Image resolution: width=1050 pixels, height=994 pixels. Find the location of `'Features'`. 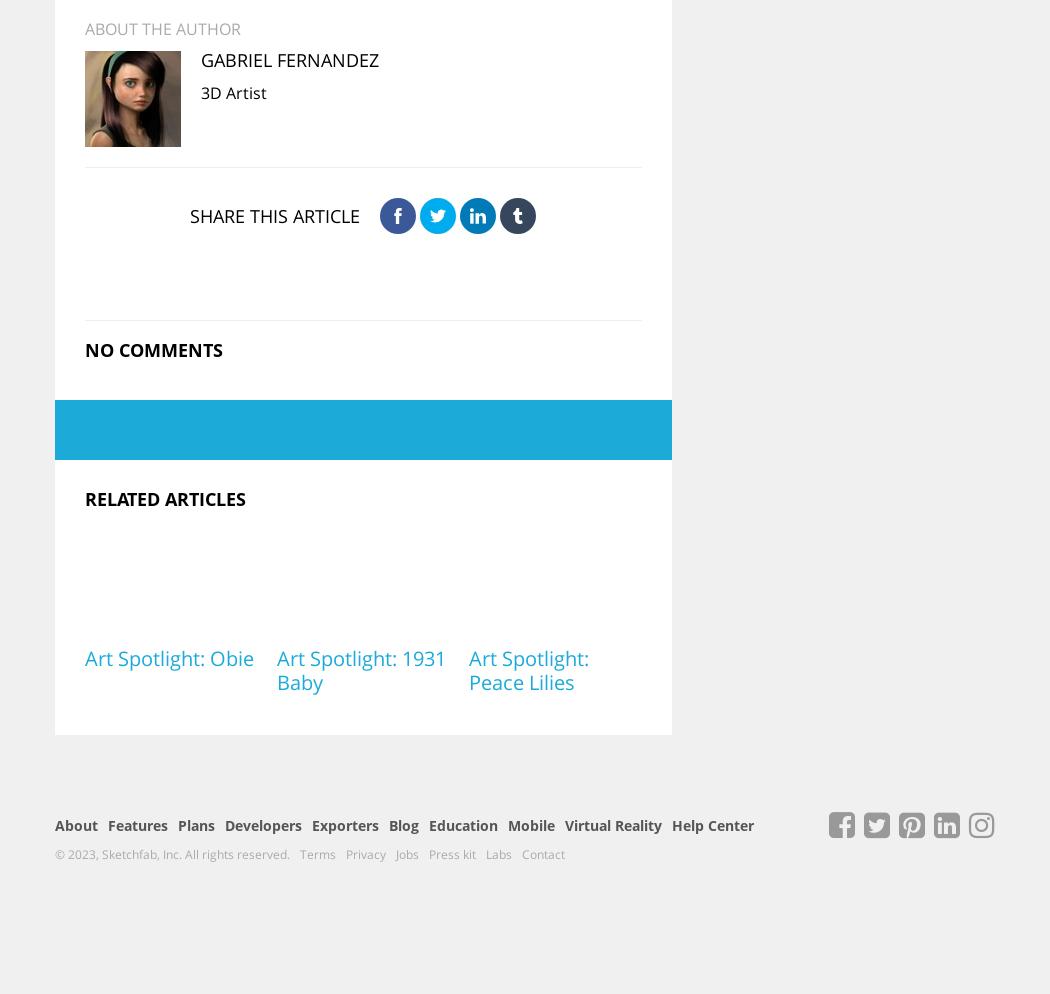

'Features' is located at coordinates (108, 824).